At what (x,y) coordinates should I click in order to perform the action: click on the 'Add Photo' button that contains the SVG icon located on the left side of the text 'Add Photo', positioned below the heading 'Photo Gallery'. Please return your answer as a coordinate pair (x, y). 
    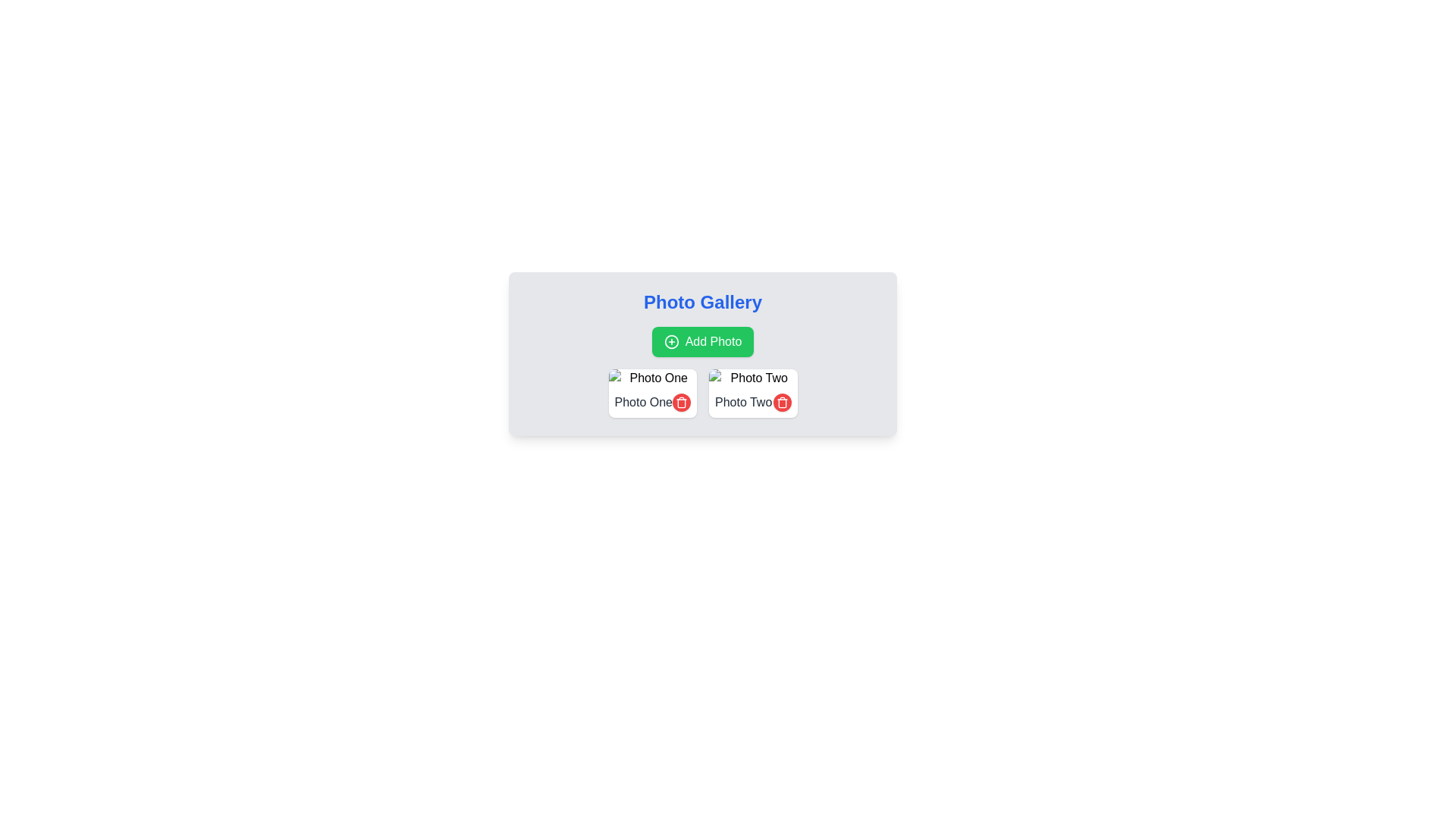
    Looking at the image, I should click on (670, 342).